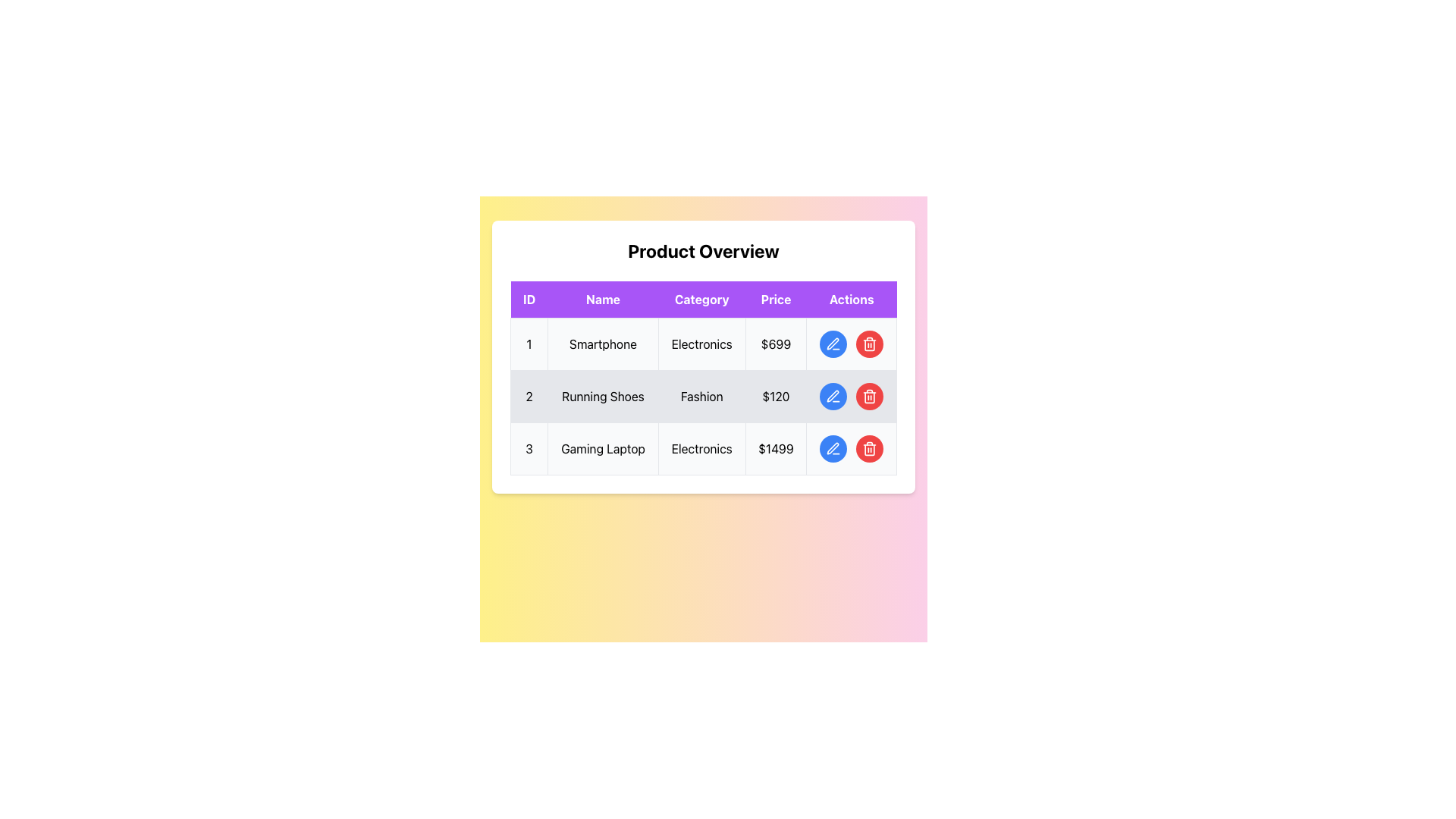 This screenshot has height=819, width=1456. Describe the element at coordinates (602, 447) in the screenshot. I see `the text label displaying 'Gaming Laptop' which is located in the second column of the third row in the table layout` at that location.